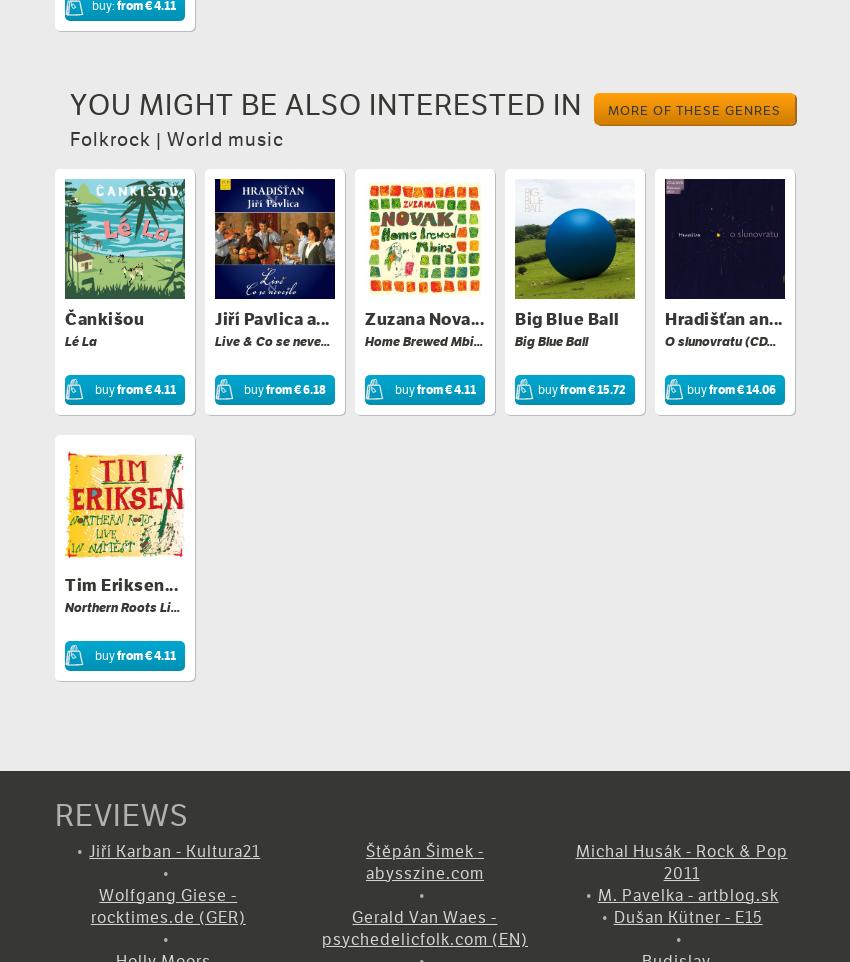  What do you see at coordinates (680, 861) in the screenshot?
I see `'Michal Husák  - Rock & Pop 2011'` at bounding box center [680, 861].